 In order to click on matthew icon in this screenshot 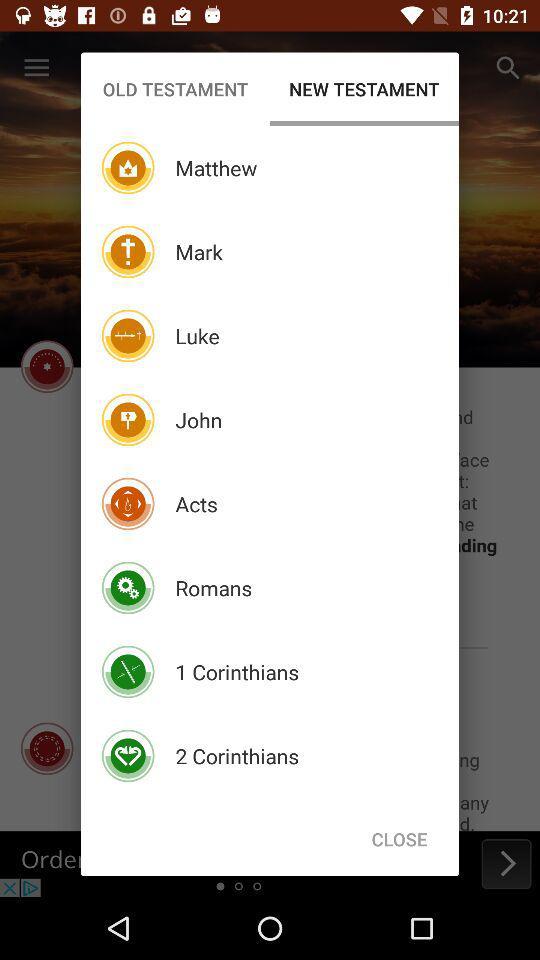, I will do `click(215, 167)`.